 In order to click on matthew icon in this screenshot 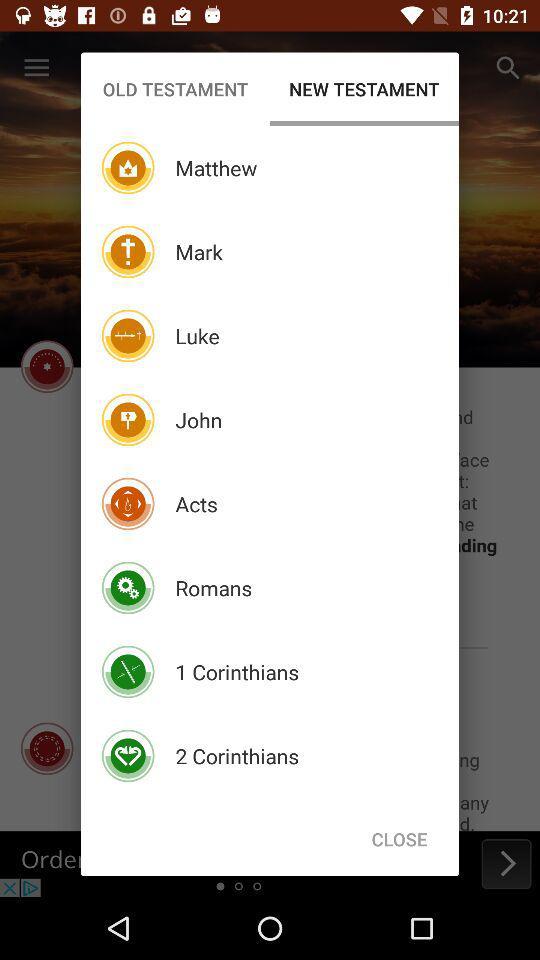, I will do `click(215, 167)`.